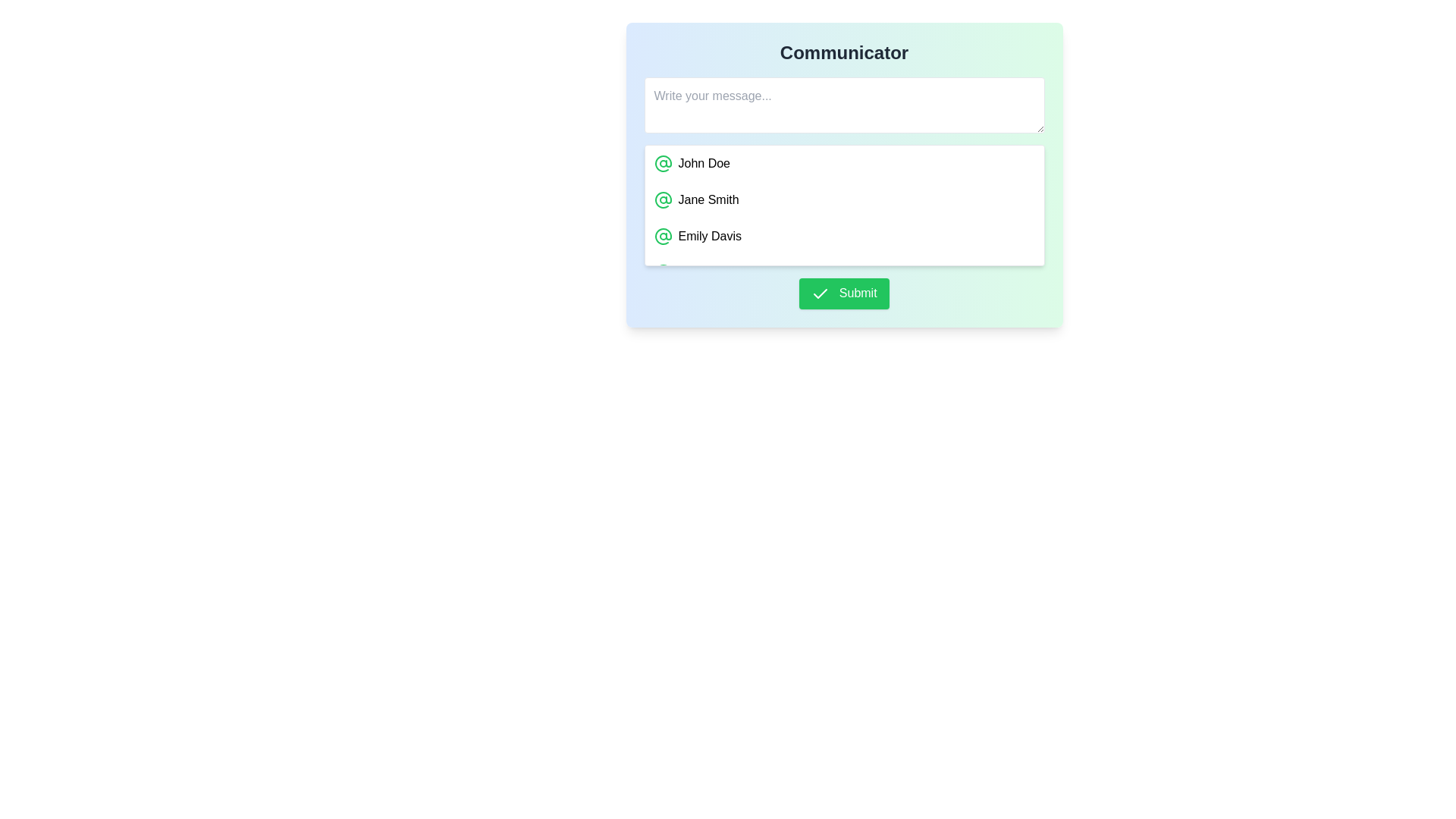 The width and height of the screenshot is (1456, 819). Describe the element at coordinates (843, 293) in the screenshot. I see `the confirmation button located at the bottom of the card-like component` at that location.